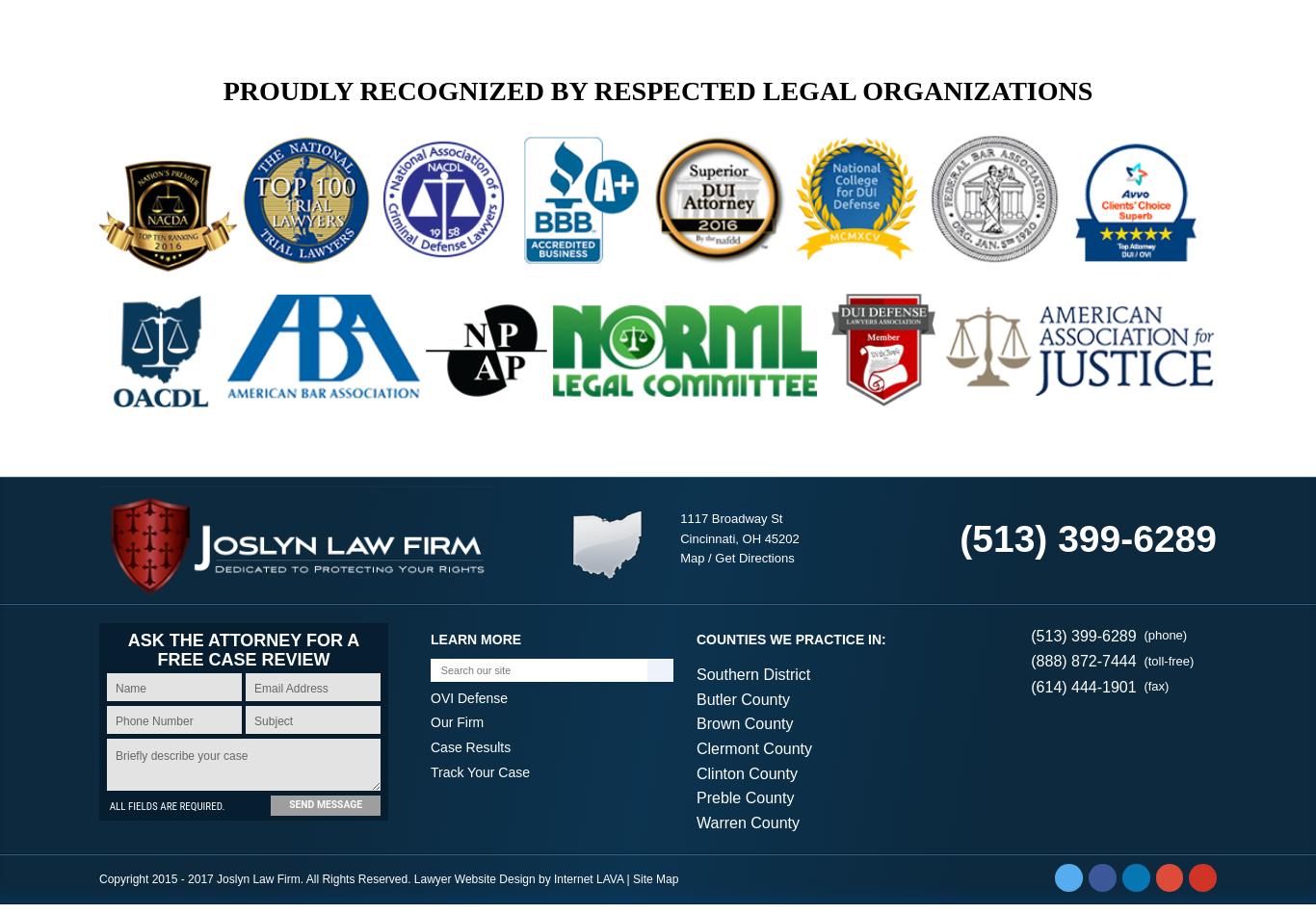 This screenshot has height=914, width=1316. I want to click on 'National Trial Lawyers Association Top 100', so click(656, 442).